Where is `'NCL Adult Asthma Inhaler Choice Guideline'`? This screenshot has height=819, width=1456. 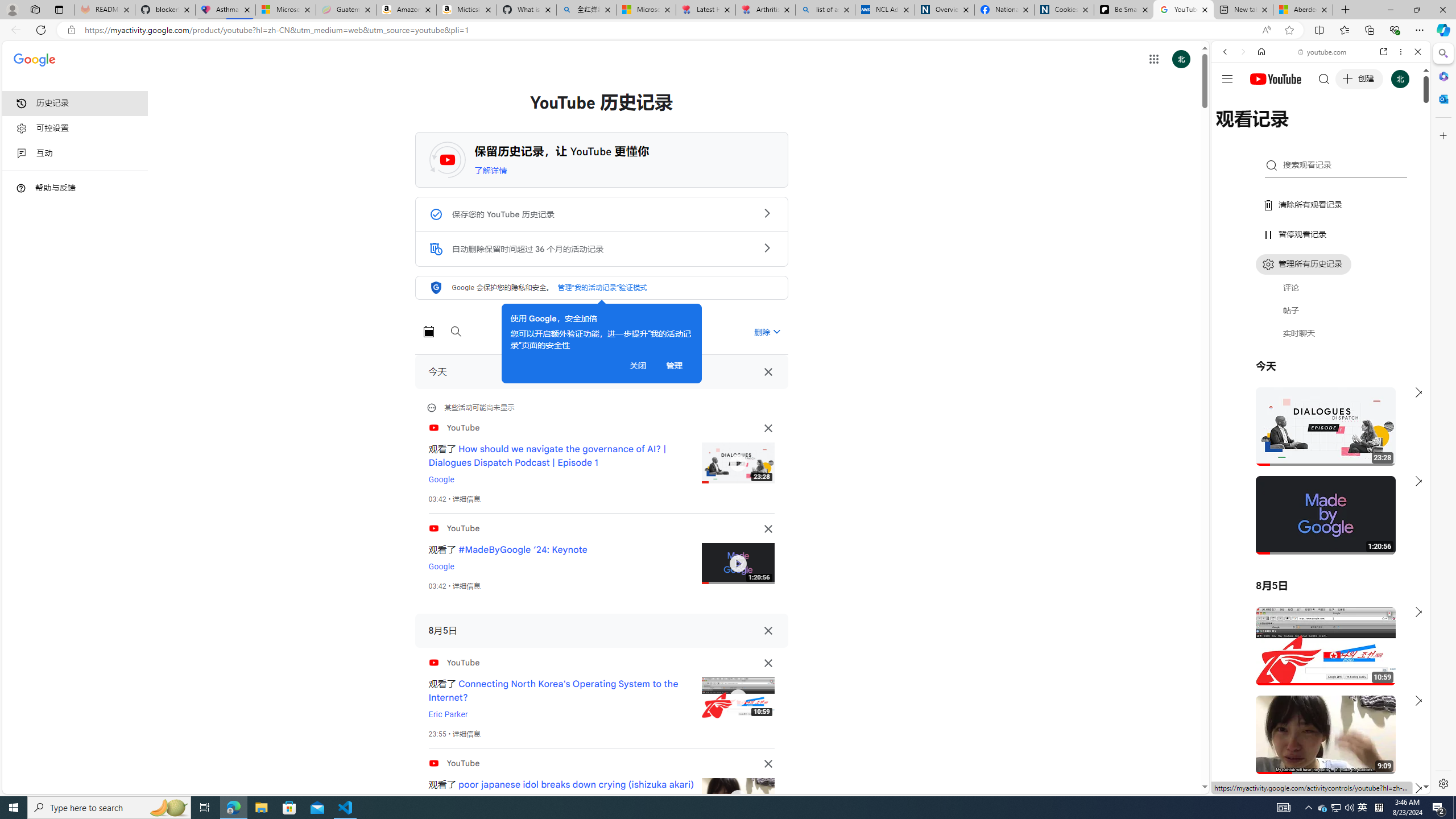 'NCL Adult Asthma Inhaler Choice Guideline' is located at coordinates (885, 9).